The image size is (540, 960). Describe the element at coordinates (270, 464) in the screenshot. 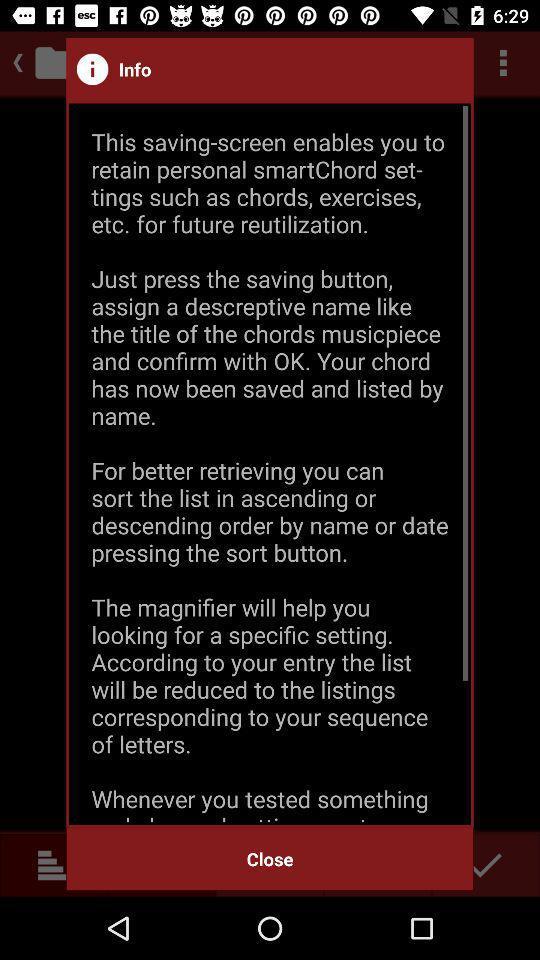

I see `the item above close` at that location.